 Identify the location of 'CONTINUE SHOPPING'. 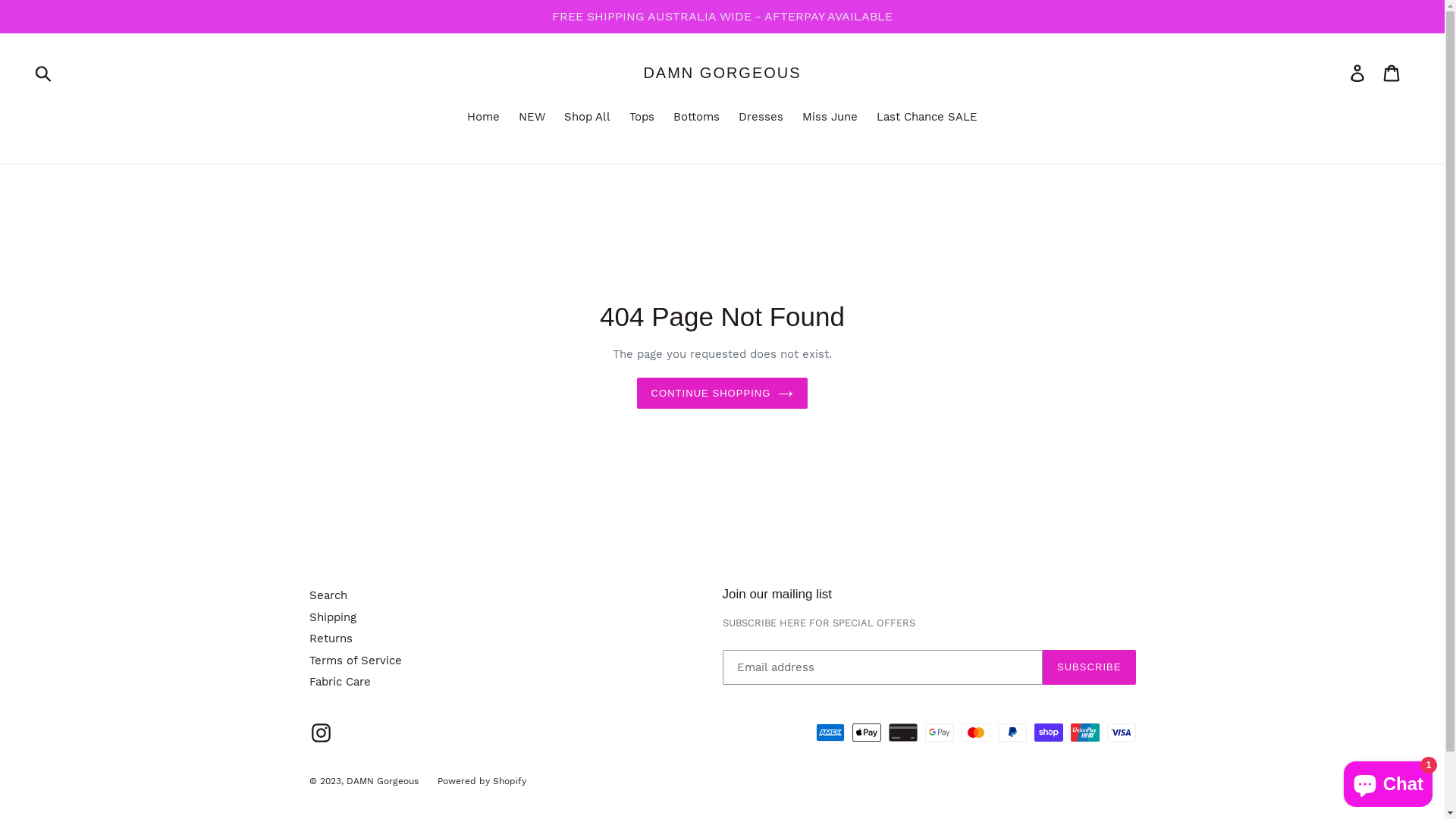
(722, 393).